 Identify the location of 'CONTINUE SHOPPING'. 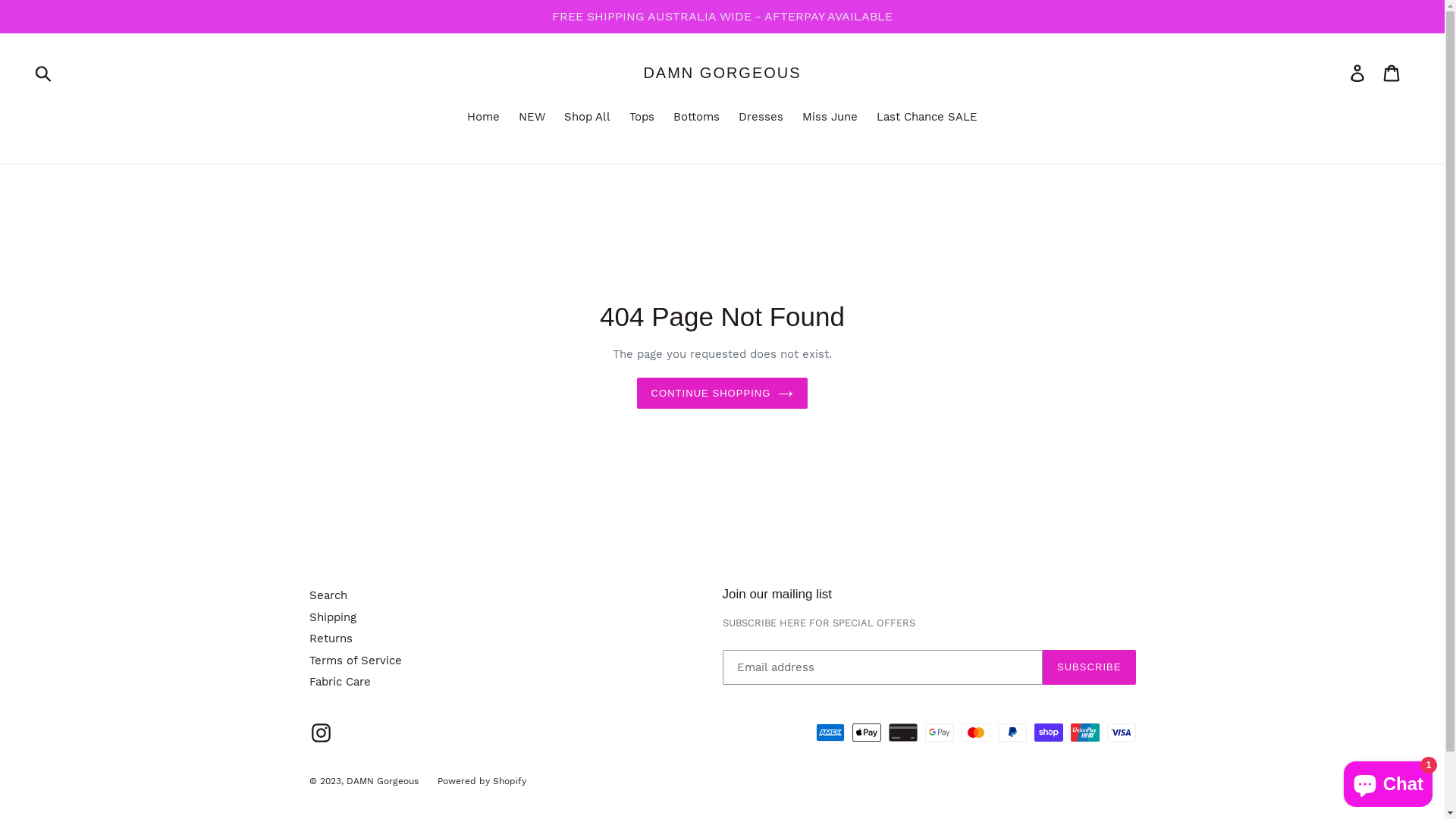
(722, 393).